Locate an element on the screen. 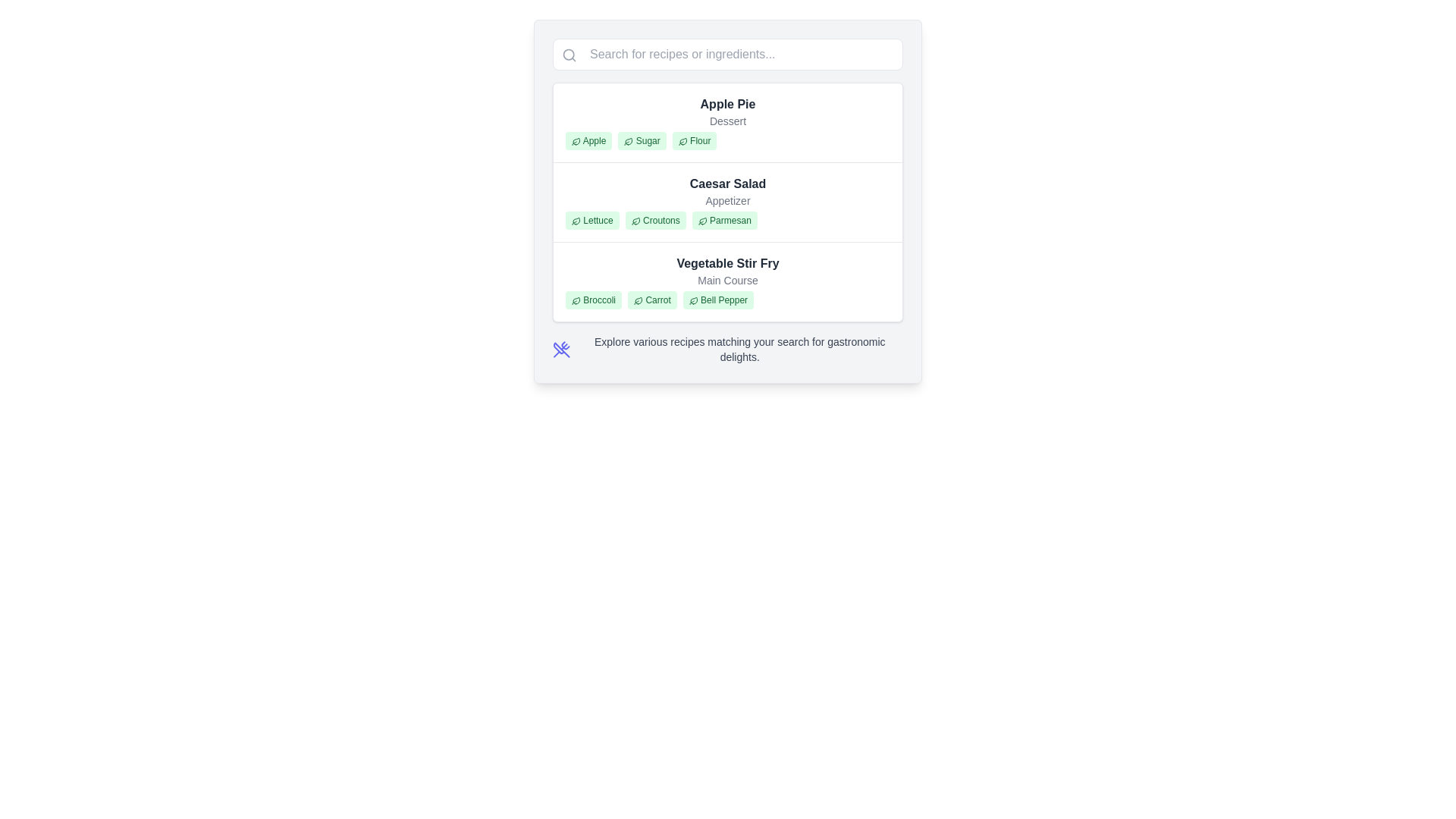 The image size is (1456, 819). the green leaf-shaped SVG icon located on the right-hand side of the badge displaying 'Parmesan' under the 'Caesar Salad' recipe is located at coordinates (701, 221).